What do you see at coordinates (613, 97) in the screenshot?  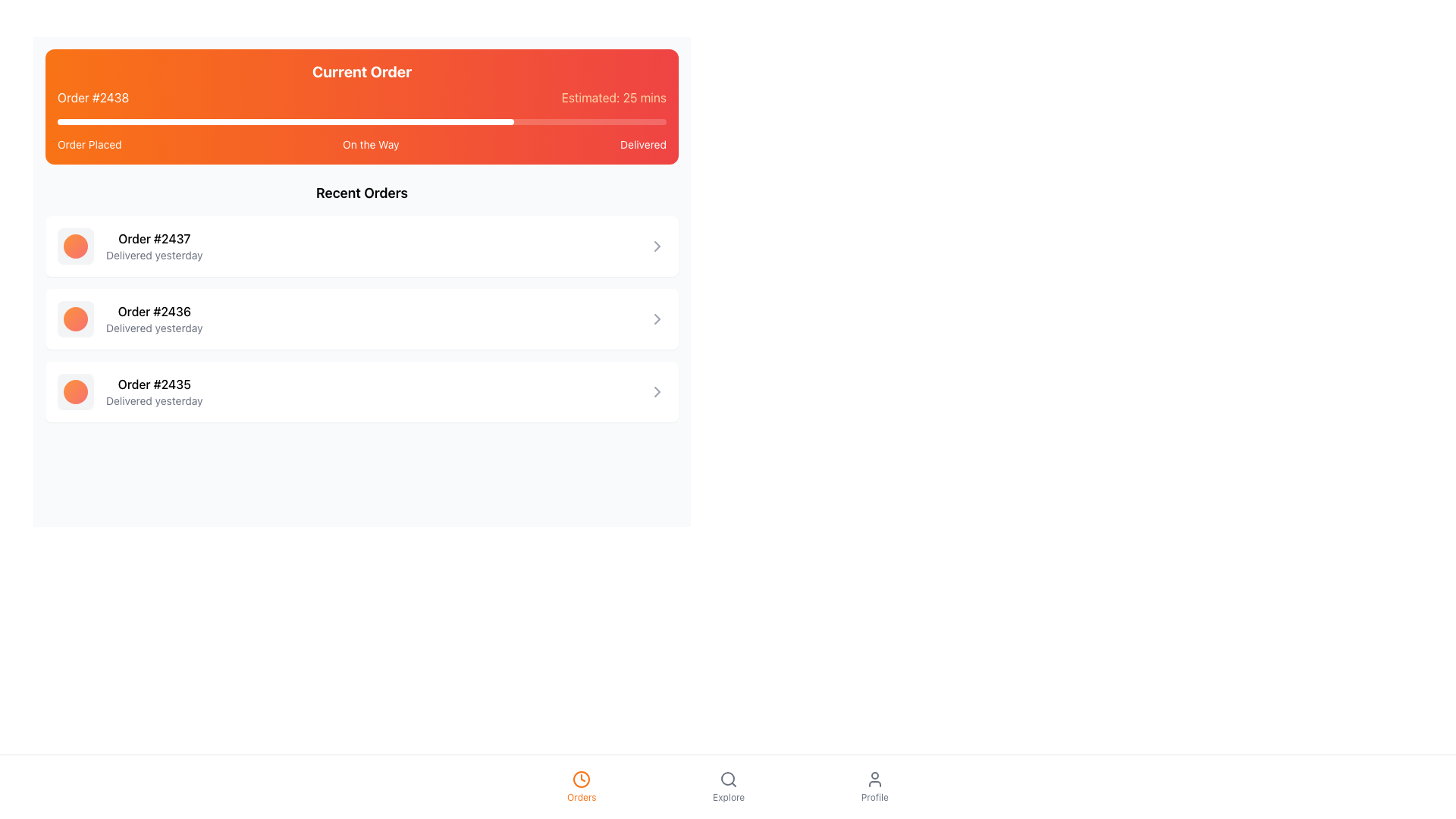 I see `the Text Label that displays the estimated delivery or completion time for the current order, located in the top-right corner of the header section` at bounding box center [613, 97].